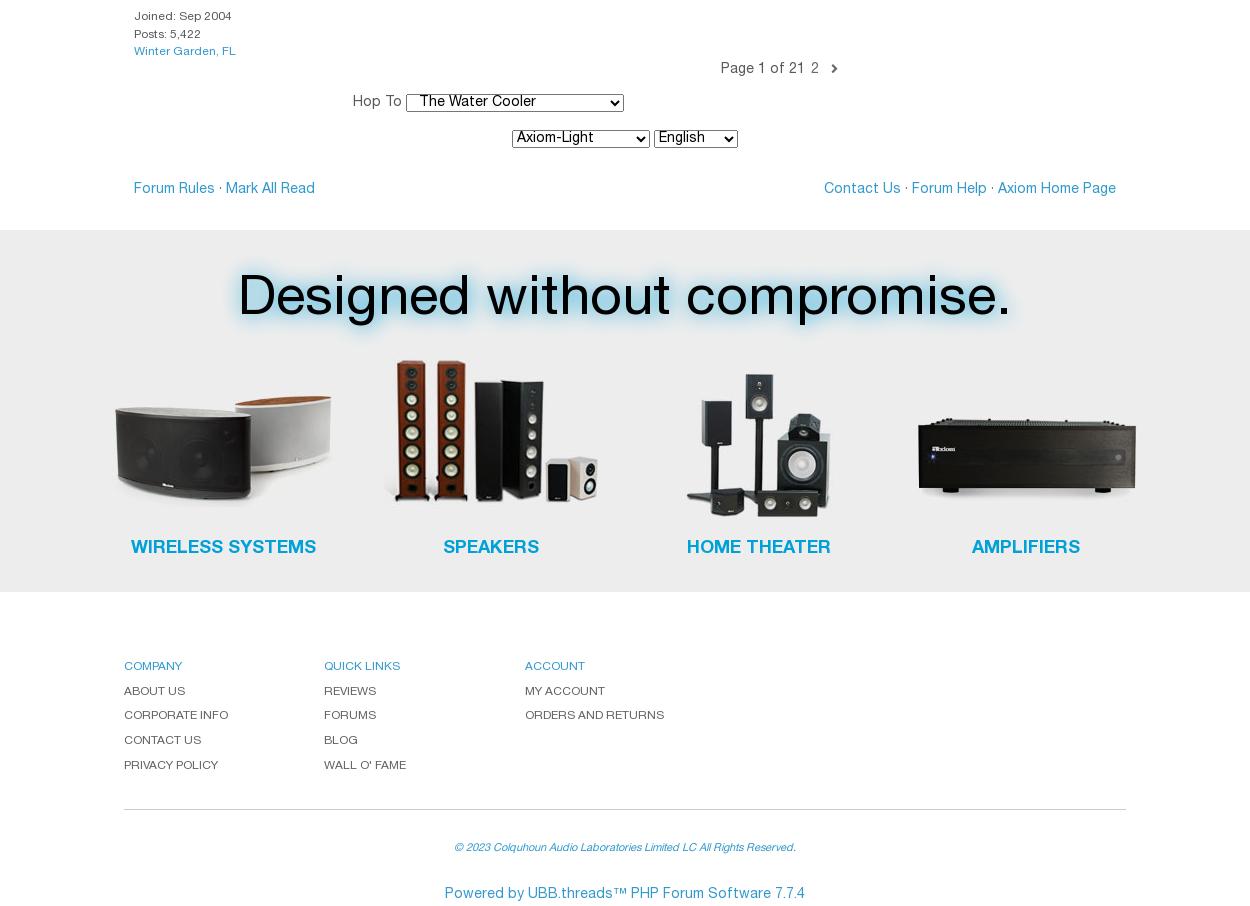 The image size is (1250, 906). I want to click on 'Joined:', so click(156, 16).